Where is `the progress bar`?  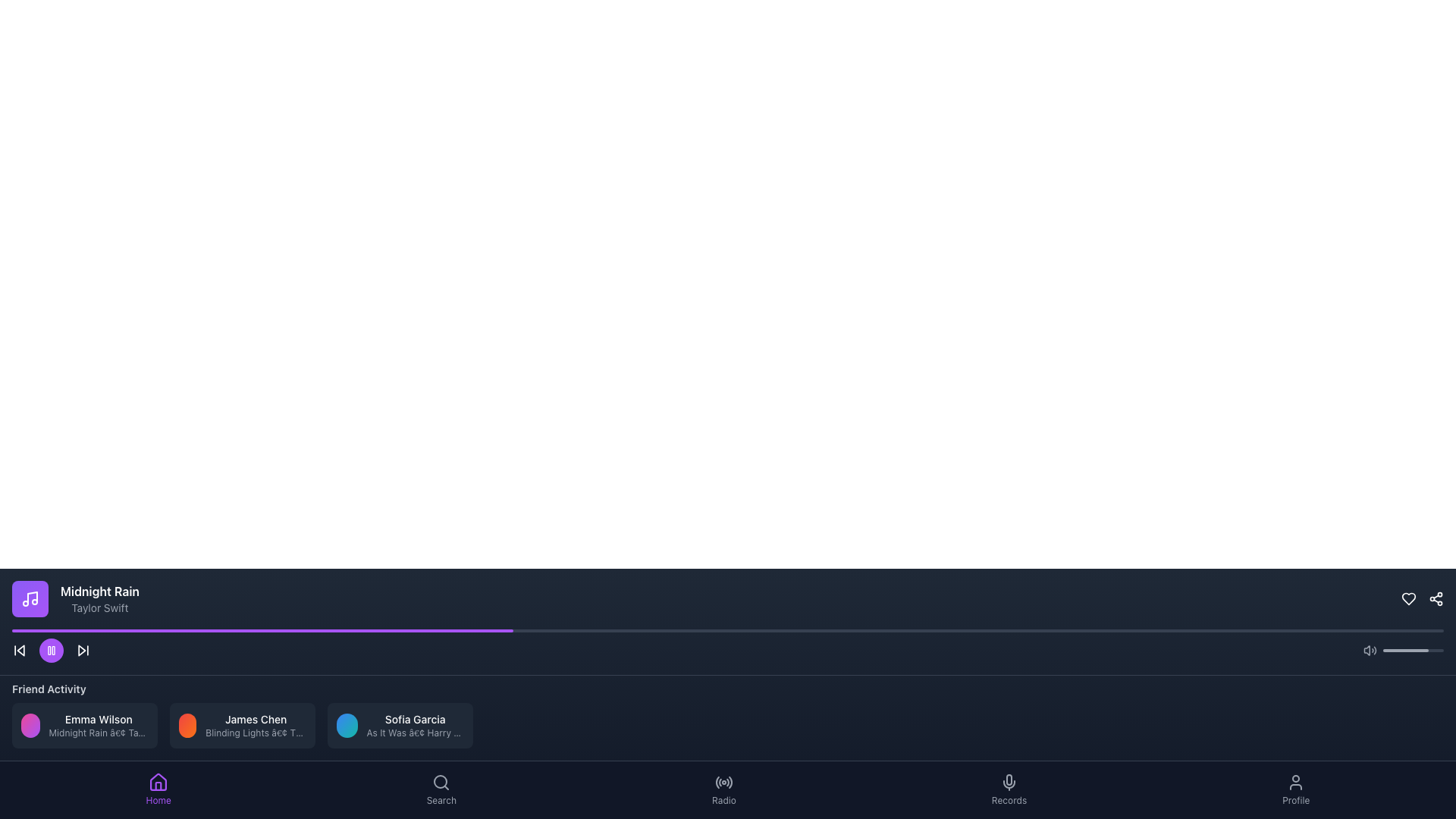 the progress bar is located at coordinates (856, 631).